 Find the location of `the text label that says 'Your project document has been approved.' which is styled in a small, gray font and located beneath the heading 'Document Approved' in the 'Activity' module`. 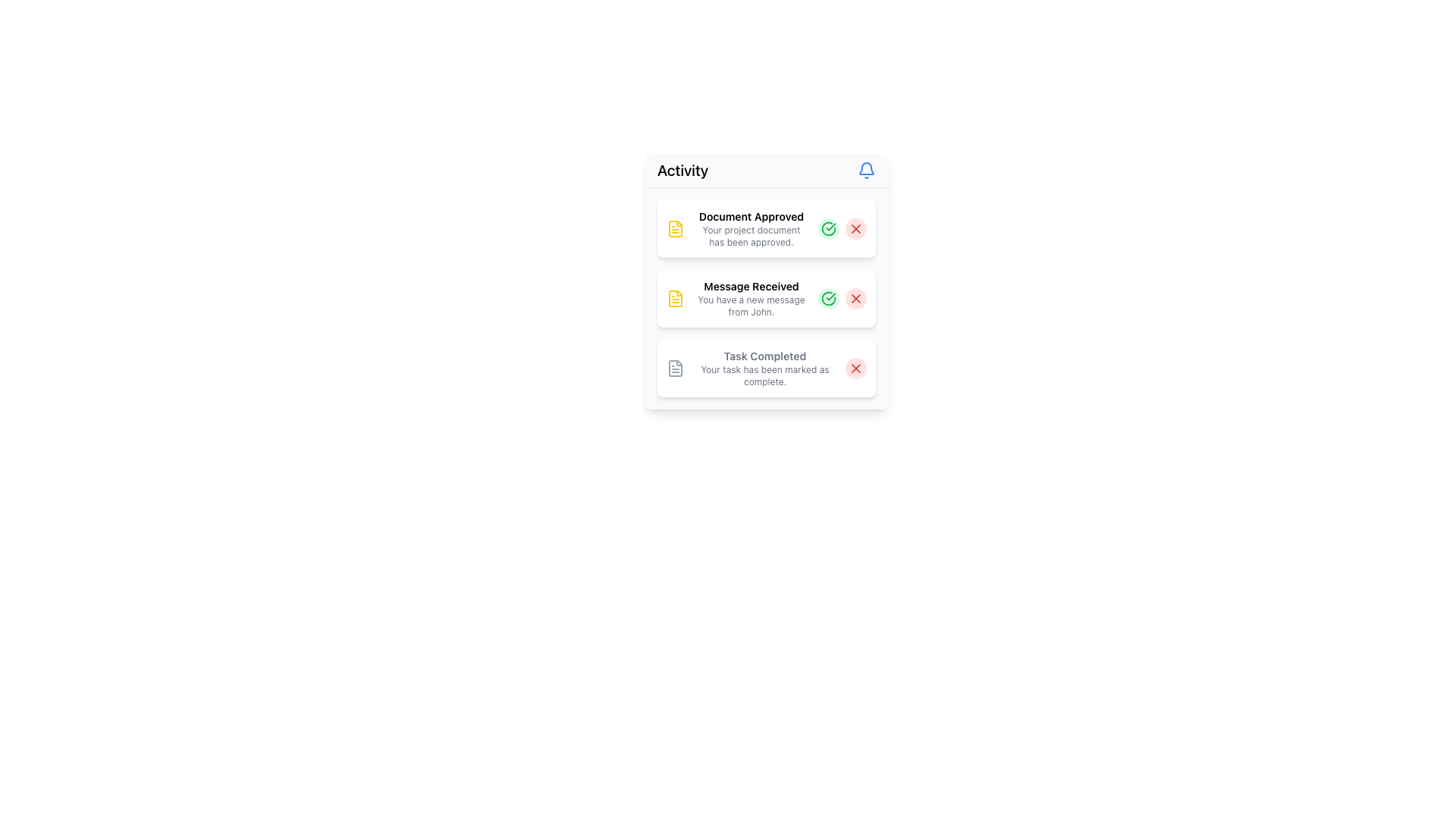

the text label that says 'Your project document has been approved.' which is styled in a small, gray font and located beneath the heading 'Document Approved' in the 'Activity' module is located at coordinates (751, 237).